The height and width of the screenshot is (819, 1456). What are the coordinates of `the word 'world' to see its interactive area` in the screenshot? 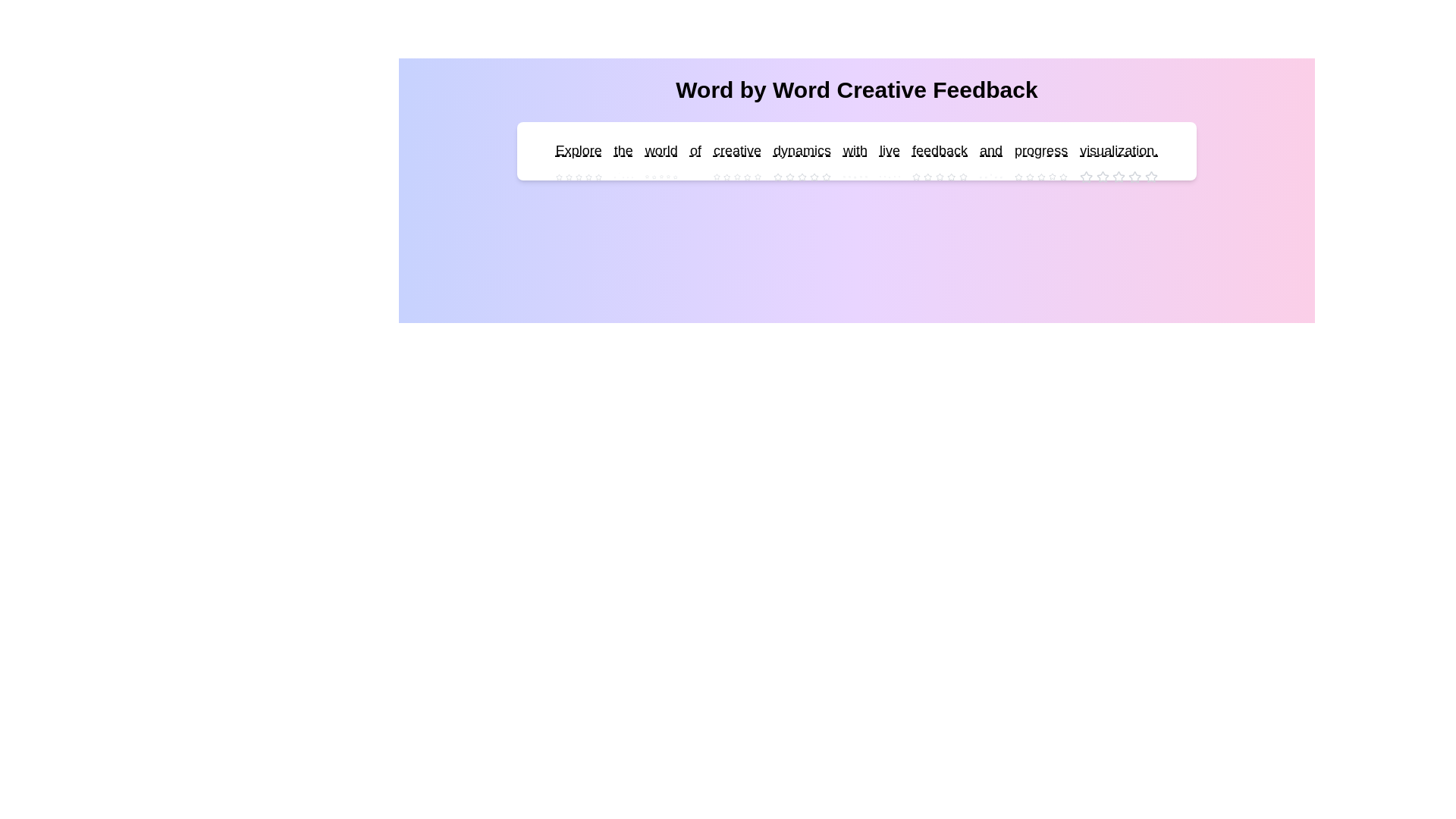 It's located at (661, 151).